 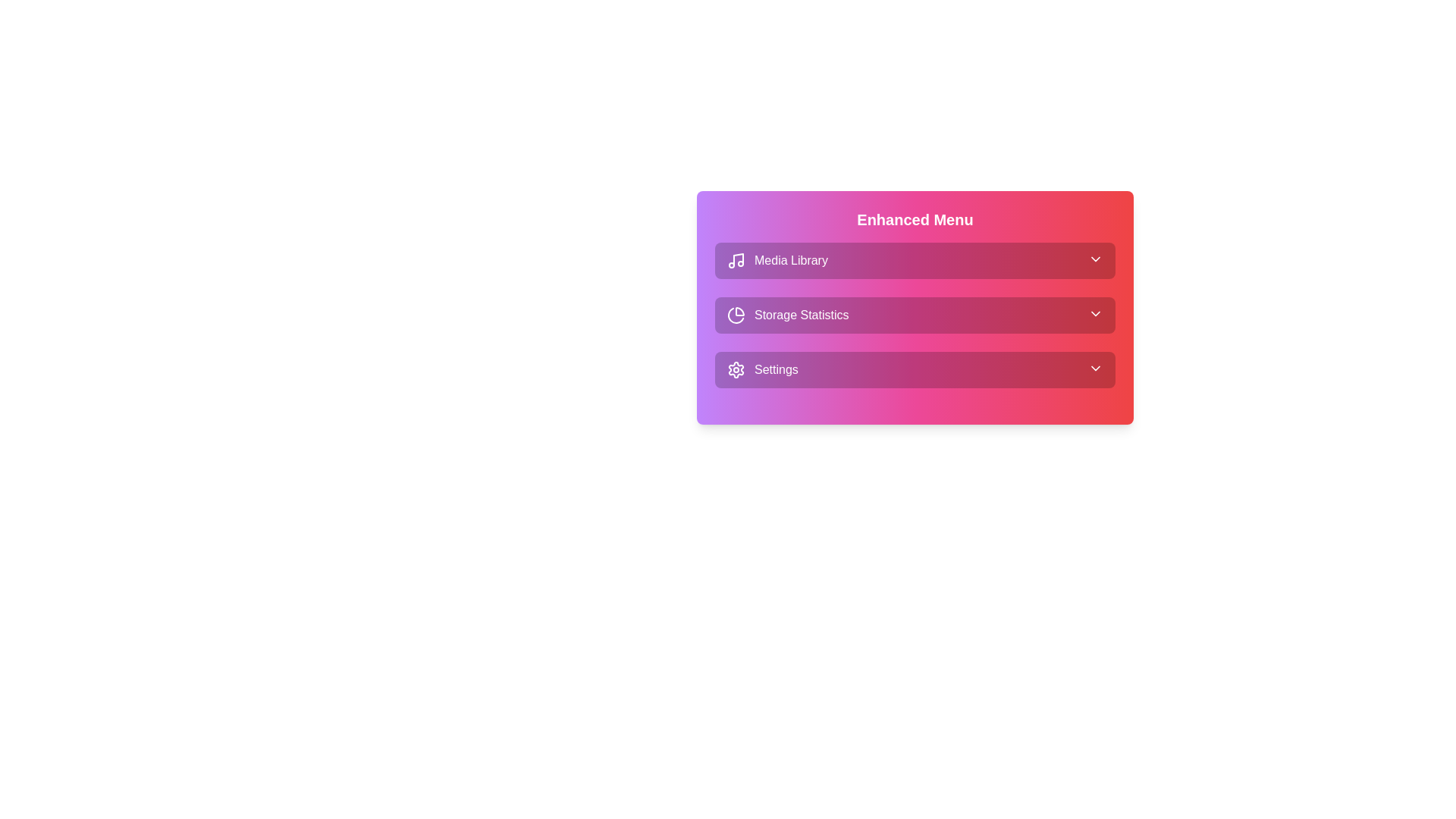 What do you see at coordinates (1095, 312) in the screenshot?
I see `the downward-pointing chevron icon located on the far right side of the 'Storage Statistics' section` at bounding box center [1095, 312].